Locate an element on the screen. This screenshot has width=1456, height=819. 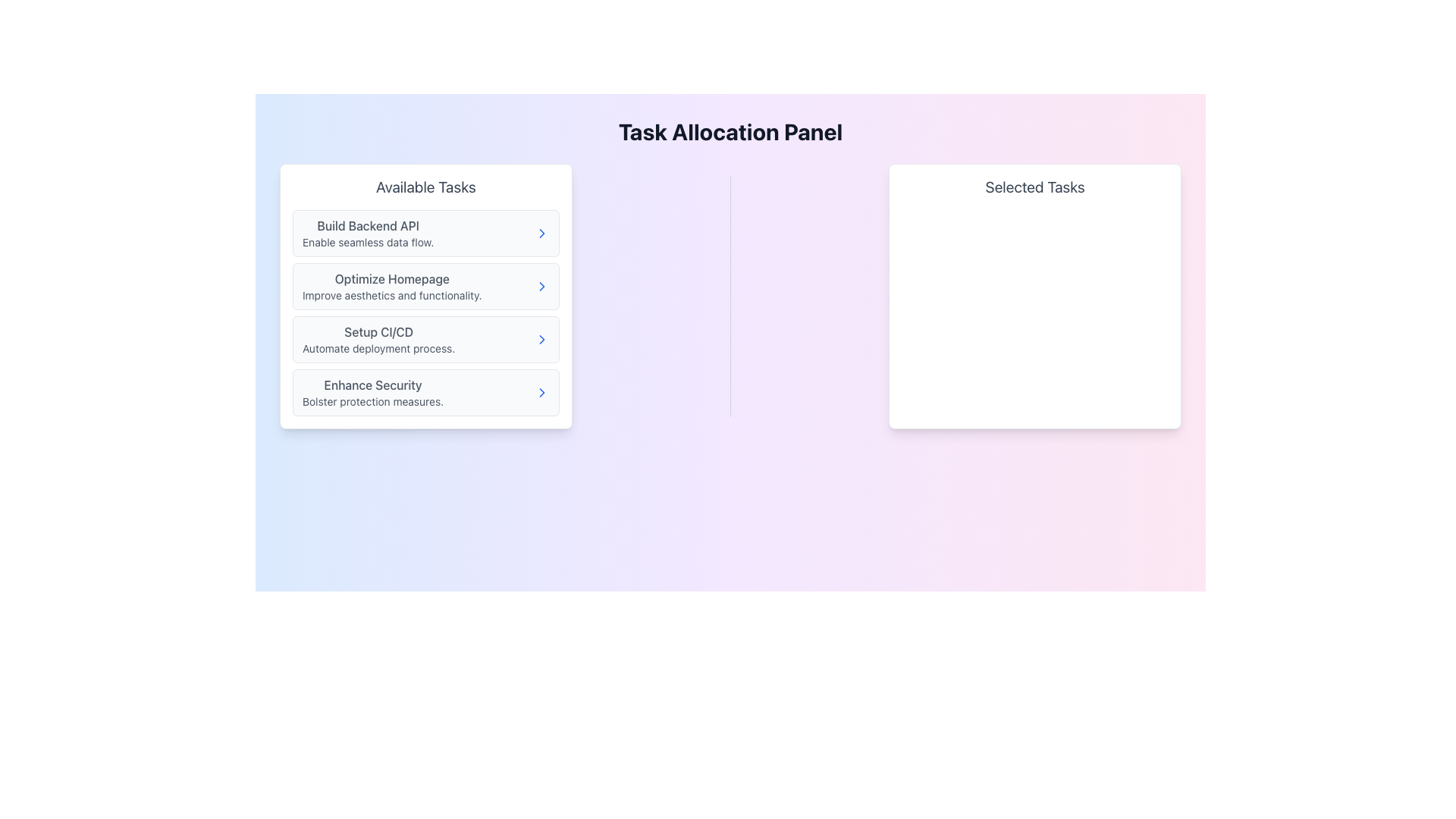
the 'Enhance Security' text label, which is the fourth task in the 'Available Tasks' panel is located at coordinates (373, 391).